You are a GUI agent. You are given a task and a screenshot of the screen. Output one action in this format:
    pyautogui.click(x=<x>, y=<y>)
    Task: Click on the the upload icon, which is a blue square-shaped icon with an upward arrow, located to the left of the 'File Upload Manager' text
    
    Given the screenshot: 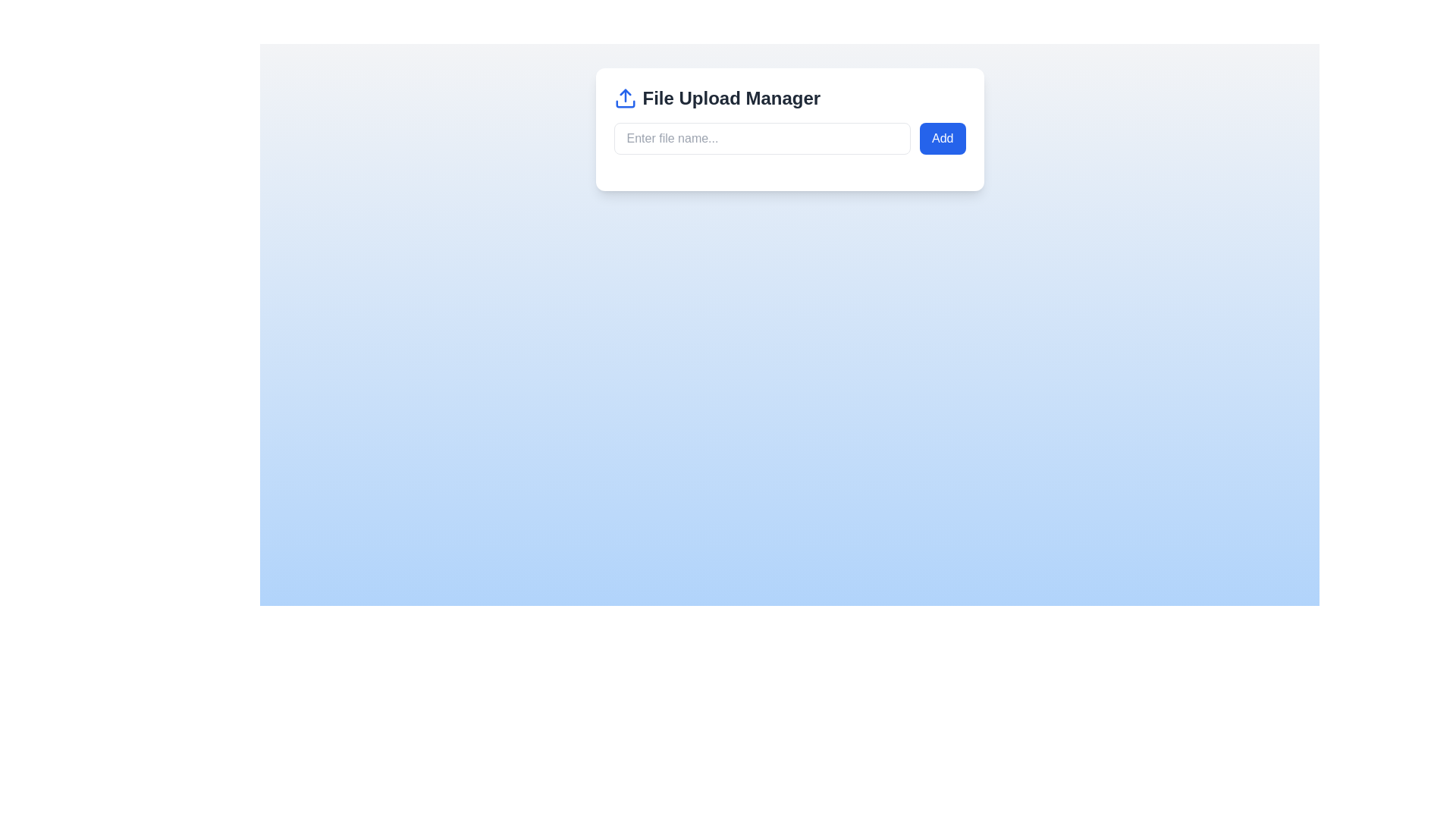 What is the action you would take?
    pyautogui.click(x=625, y=99)
    